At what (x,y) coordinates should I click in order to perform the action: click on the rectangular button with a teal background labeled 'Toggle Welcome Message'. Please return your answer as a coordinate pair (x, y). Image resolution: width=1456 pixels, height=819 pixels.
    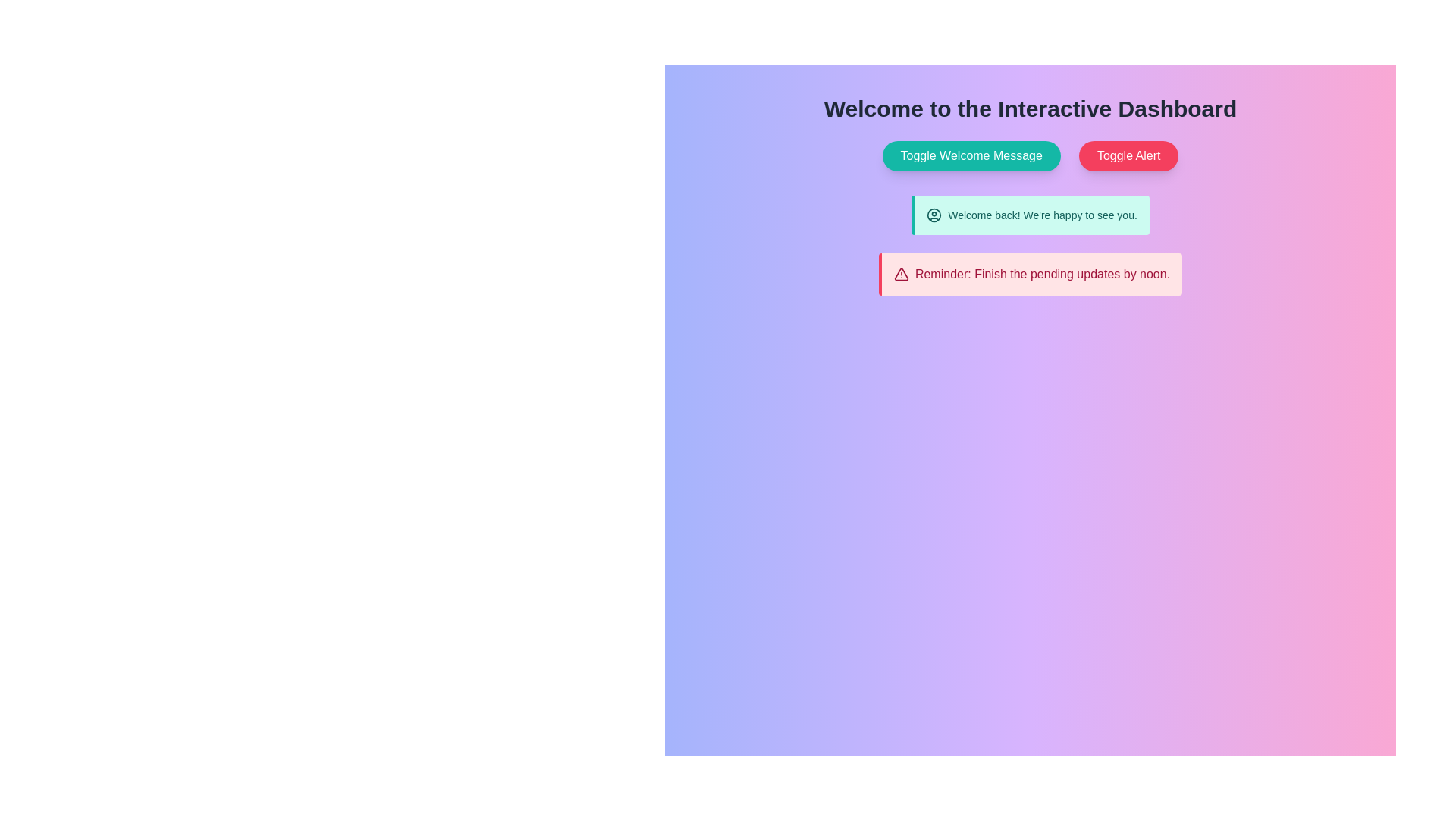
    Looking at the image, I should click on (971, 155).